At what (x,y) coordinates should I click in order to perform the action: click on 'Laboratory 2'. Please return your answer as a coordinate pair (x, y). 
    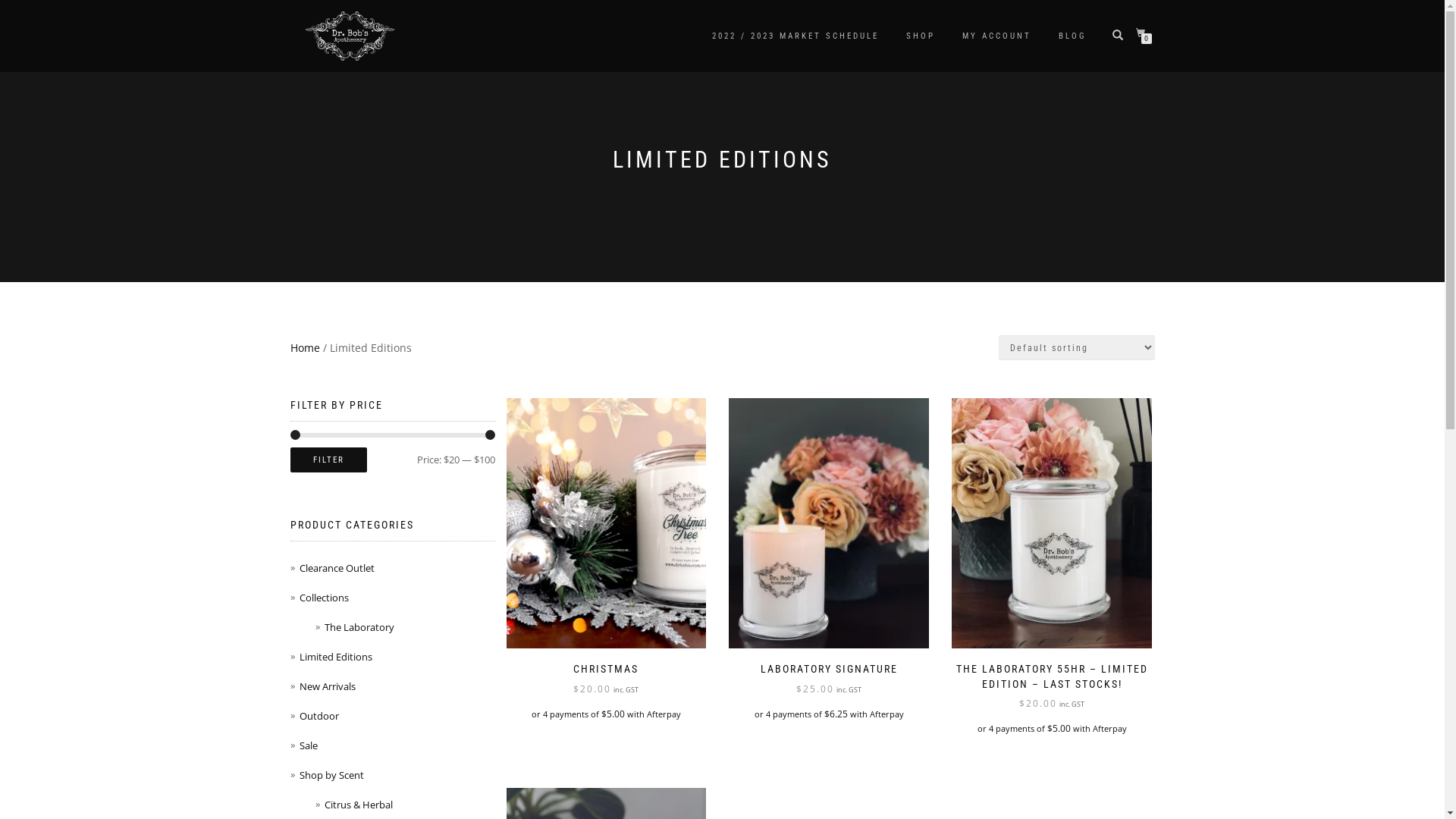
    Looking at the image, I should click on (1051, 522).